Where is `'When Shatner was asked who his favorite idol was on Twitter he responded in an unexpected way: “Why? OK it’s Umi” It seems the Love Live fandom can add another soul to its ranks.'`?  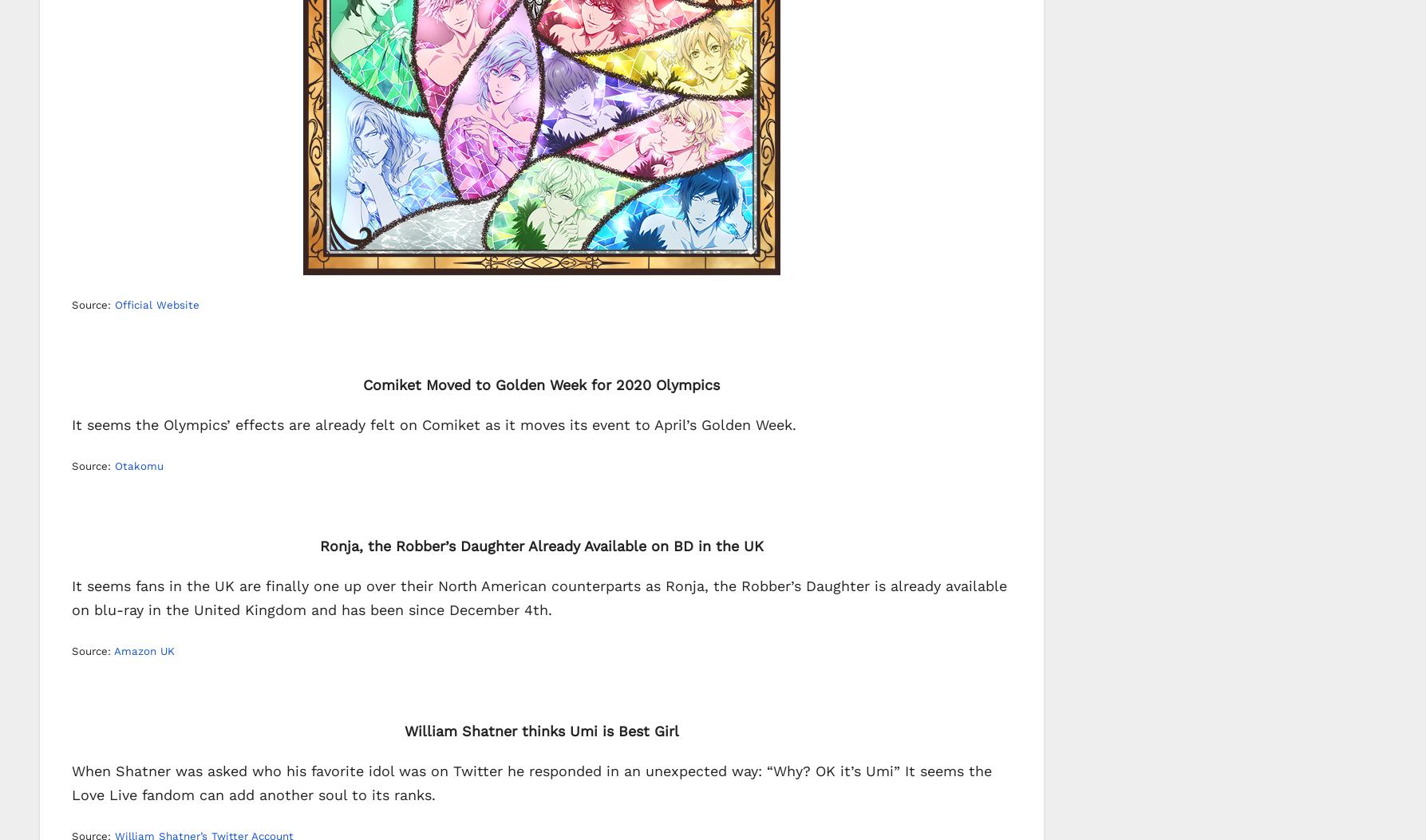
'When Shatner was asked who his favorite idol was on Twitter he responded in an unexpected way: “Why? OK it’s Umi” It seems the Love Live fandom can add another soul to its ranks.' is located at coordinates (531, 782).